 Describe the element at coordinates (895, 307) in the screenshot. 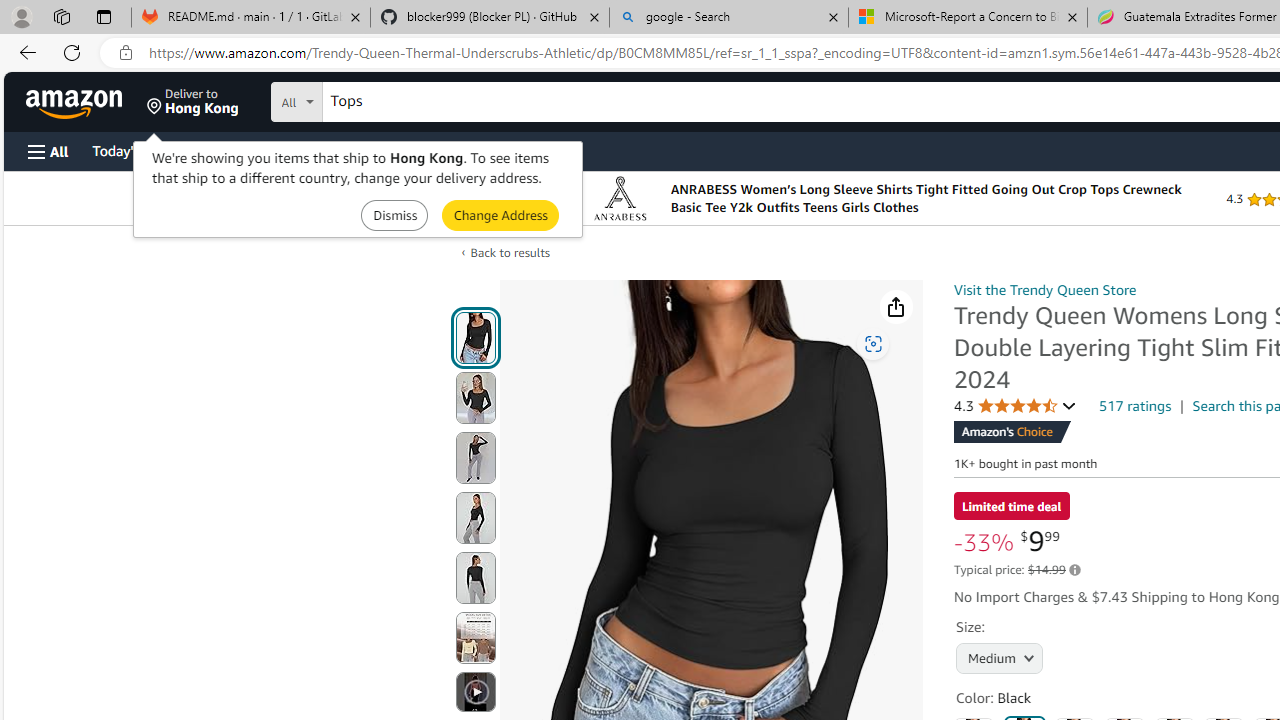

I see `'Share'` at that location.